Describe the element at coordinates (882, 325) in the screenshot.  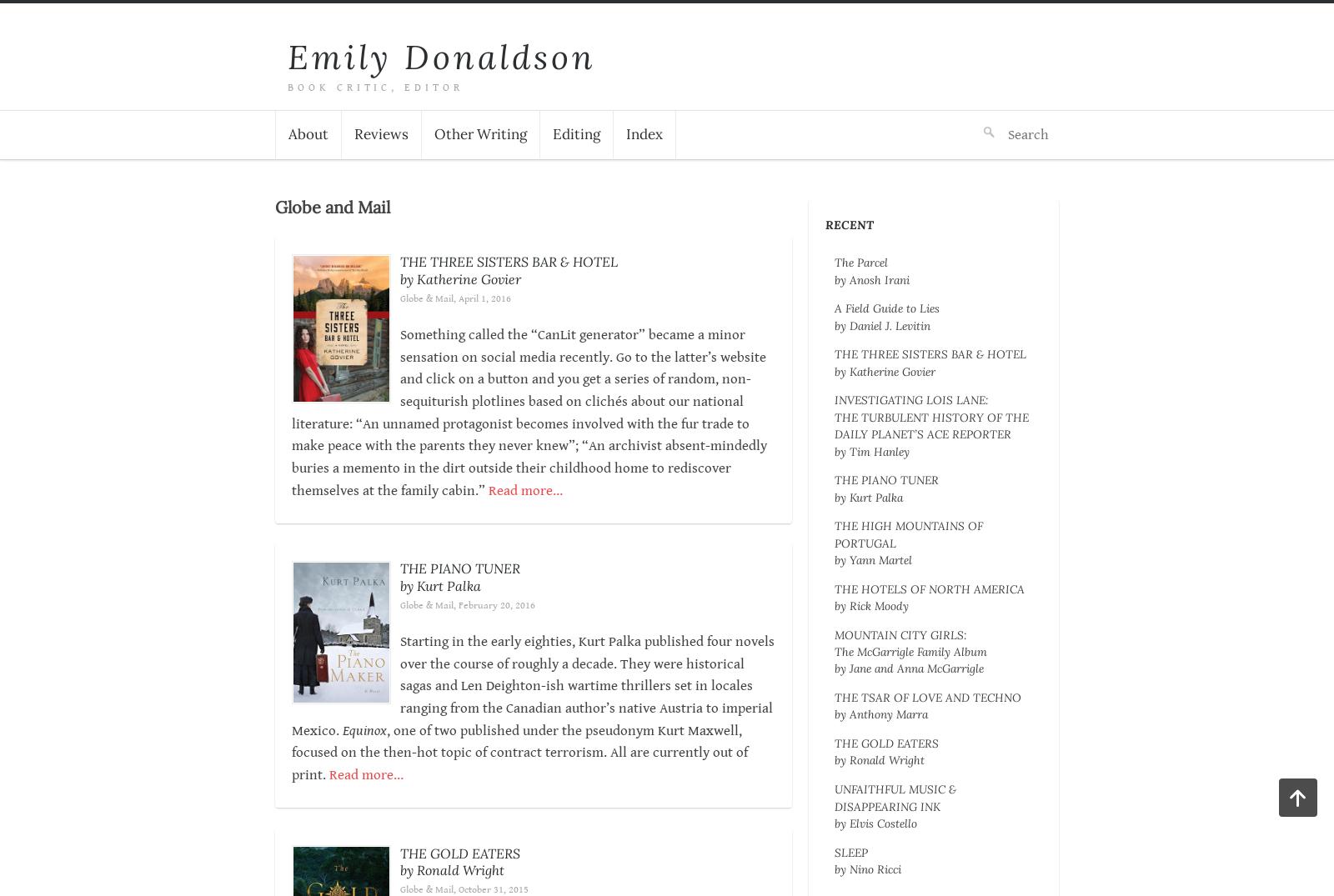
I see `'by Daniel J. Levitin'` at that location.